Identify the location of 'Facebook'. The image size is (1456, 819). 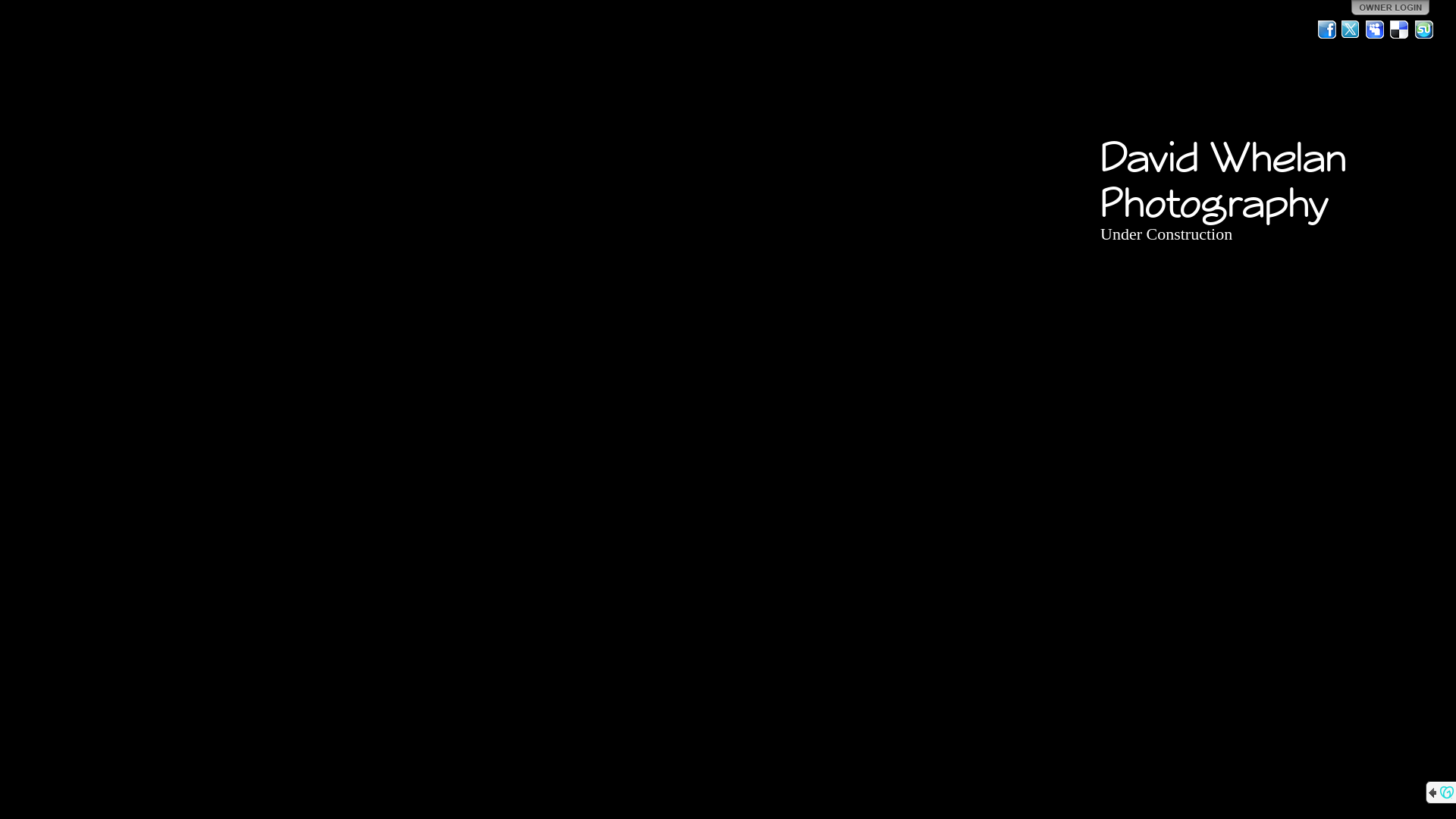
(1316, 29).